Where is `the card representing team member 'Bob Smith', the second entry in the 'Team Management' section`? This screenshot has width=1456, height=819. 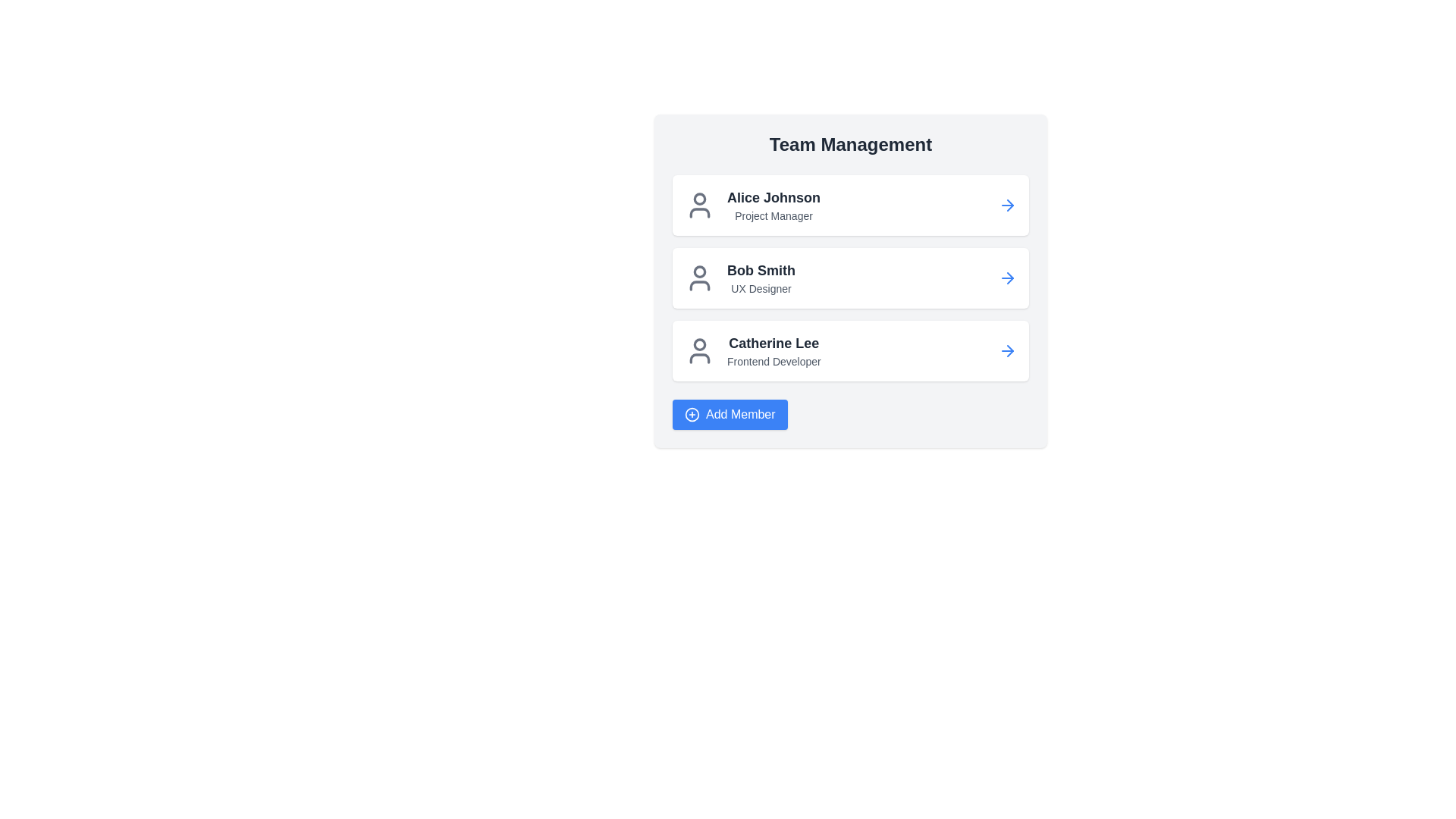 the card representing team member 'Bob Smith', the second entry in the 'Team Management' section is located at coordinates (851, 278).